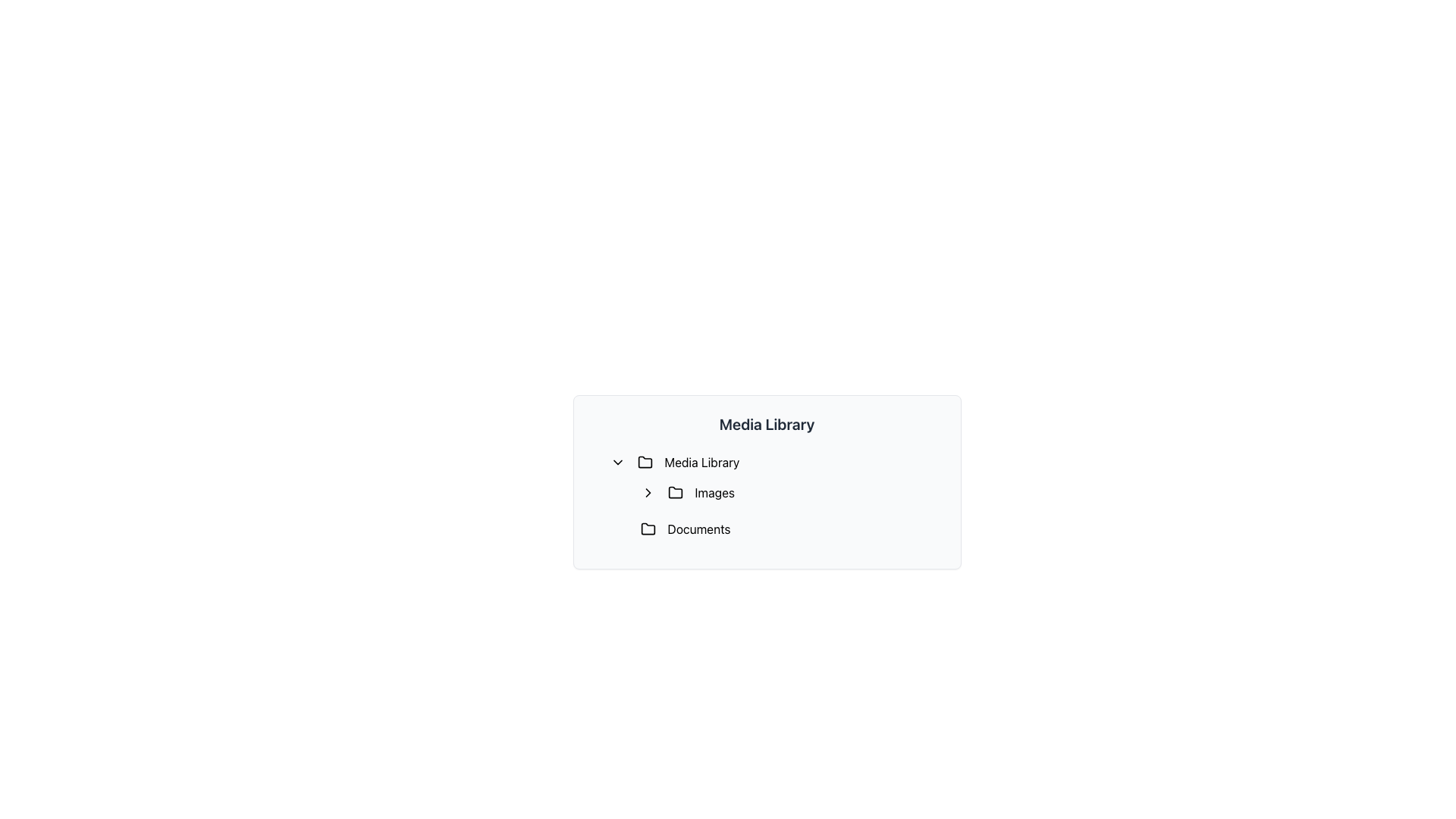  Describe the element at coordinates (617, 461) in the screenshot. I see `the Dropdown Indicator located in the top-left corner of the 'Media Library' row` at that location.